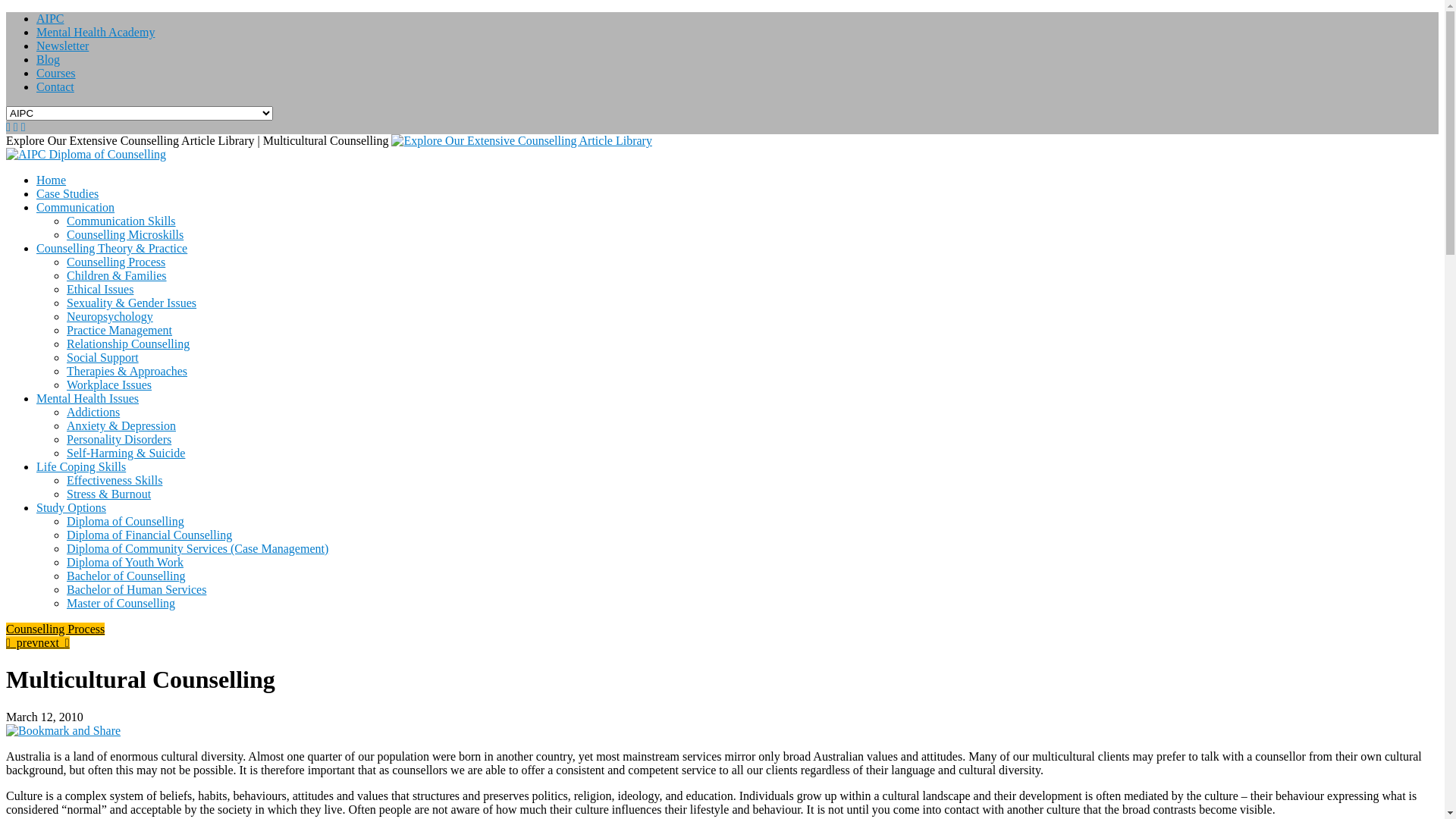  I want to click on 'Bachelor of Counselling', so click(126, 576).